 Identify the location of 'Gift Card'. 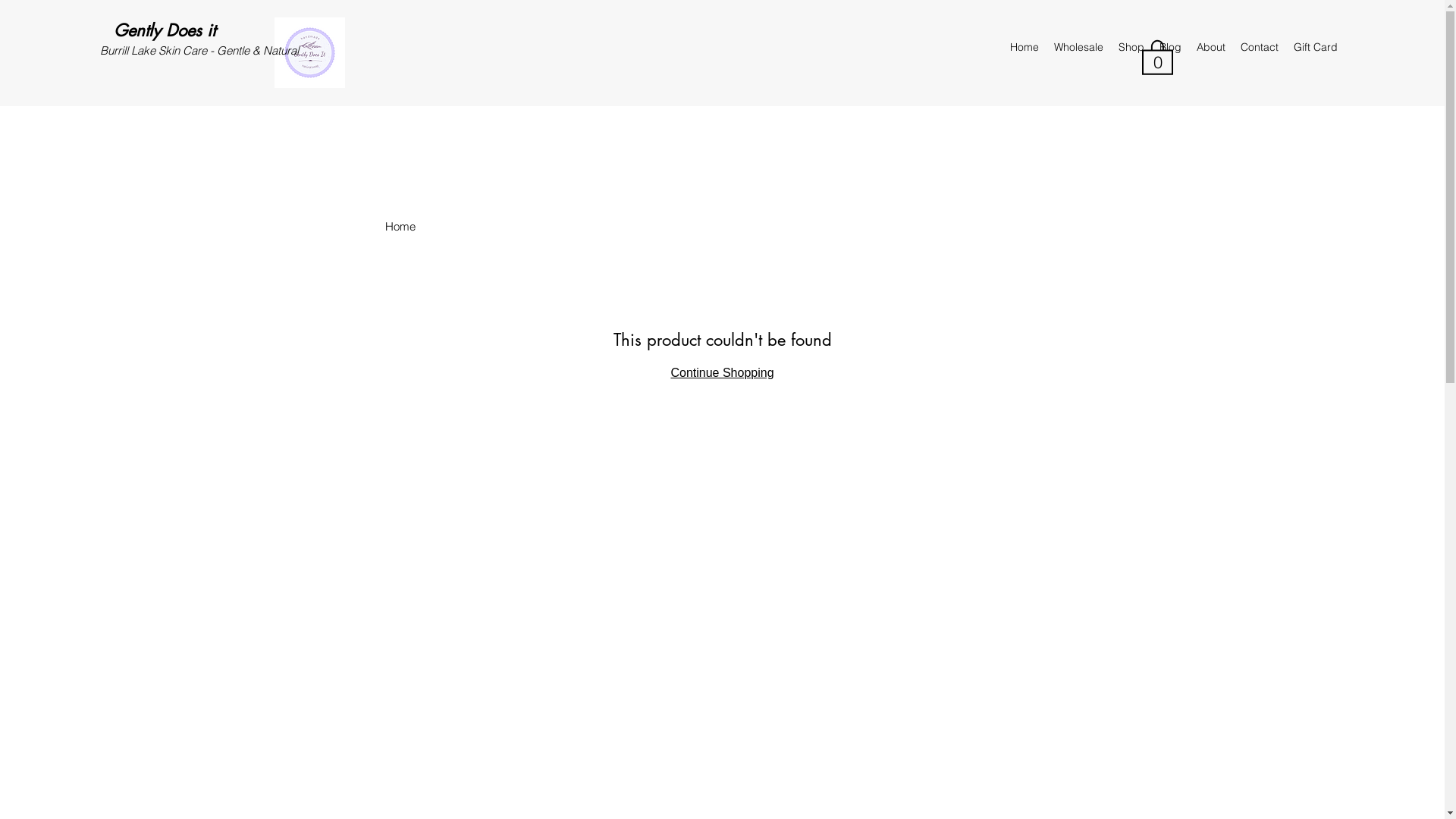
(1285, 45).